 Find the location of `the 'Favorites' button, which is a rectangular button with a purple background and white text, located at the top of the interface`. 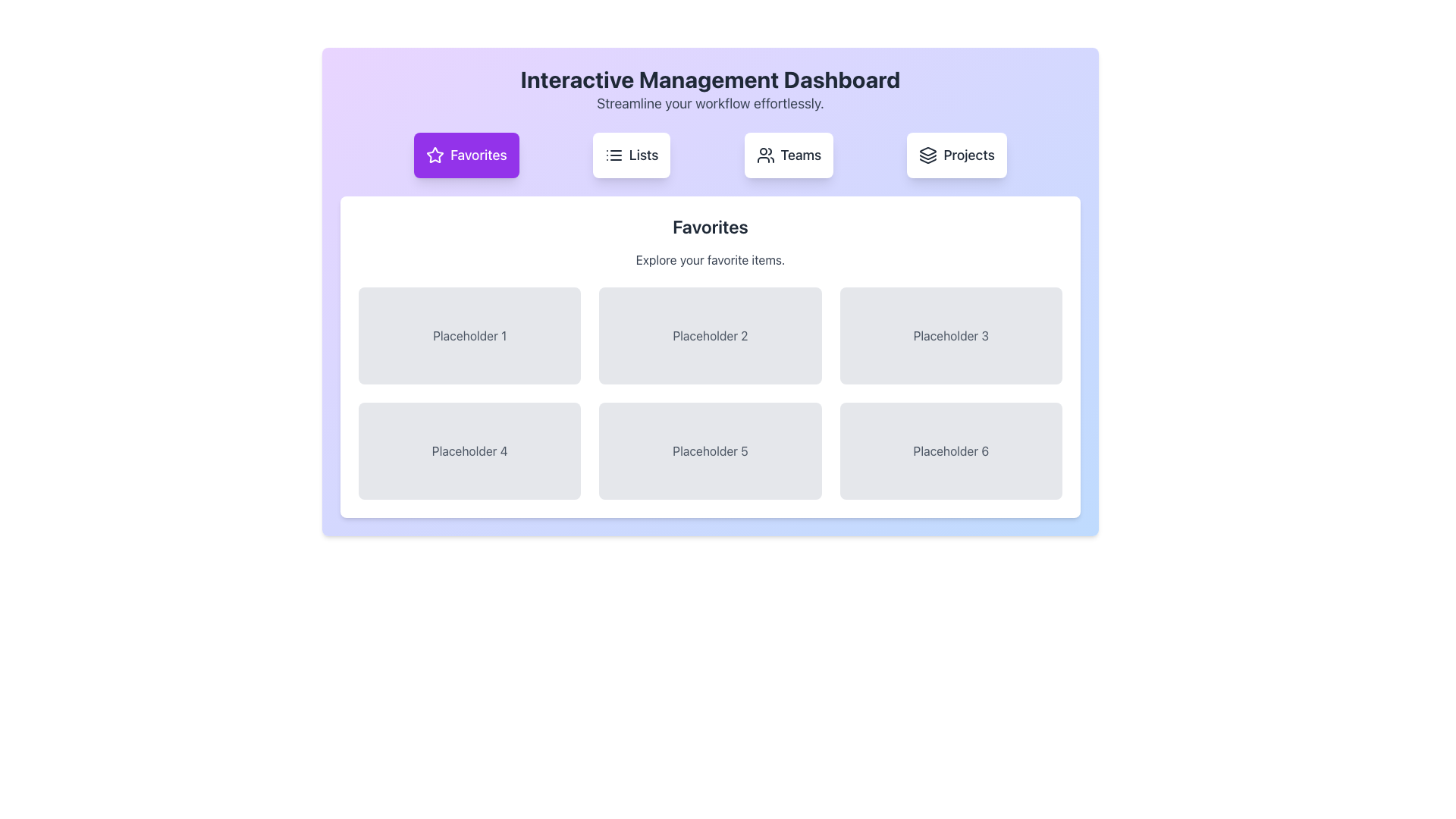

the 'Favorites' button, which is a rectangular button with a purple background and white text, located at the top of the interface is located at coordinates (466, 155).